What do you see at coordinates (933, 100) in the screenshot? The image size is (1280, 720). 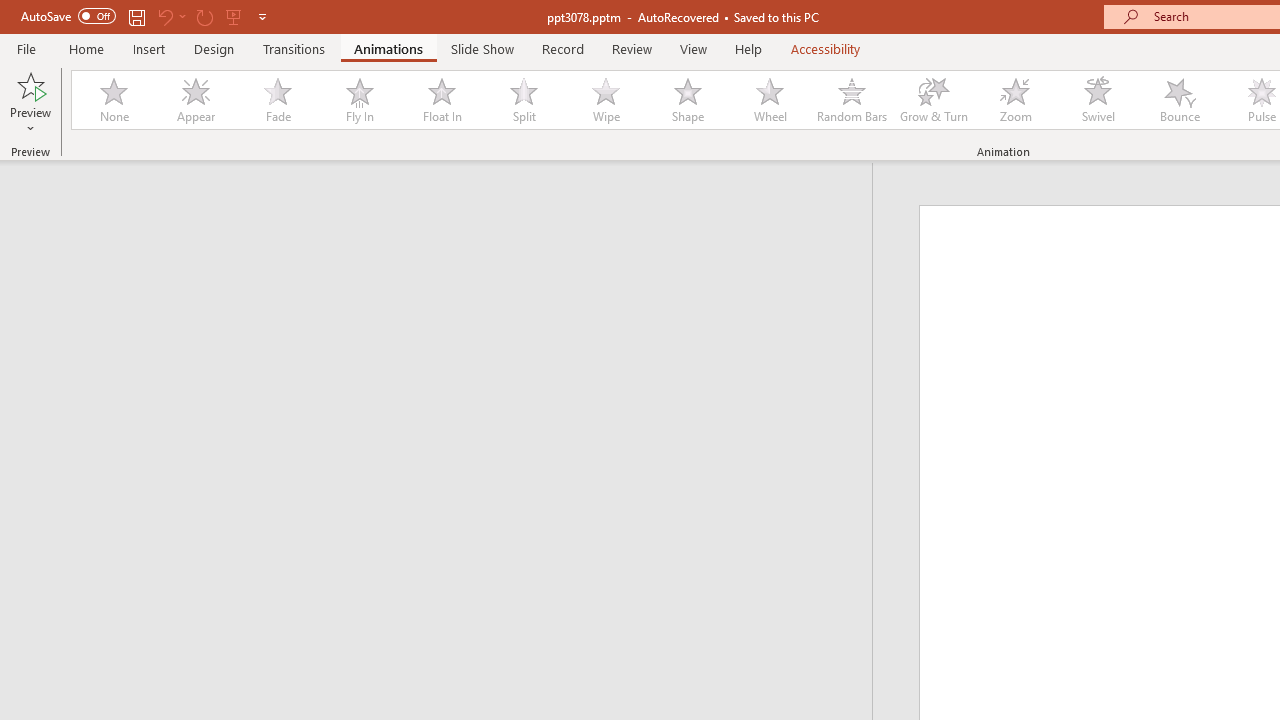 I see `'Grow & Turn'` at bounding box center [933, 100].